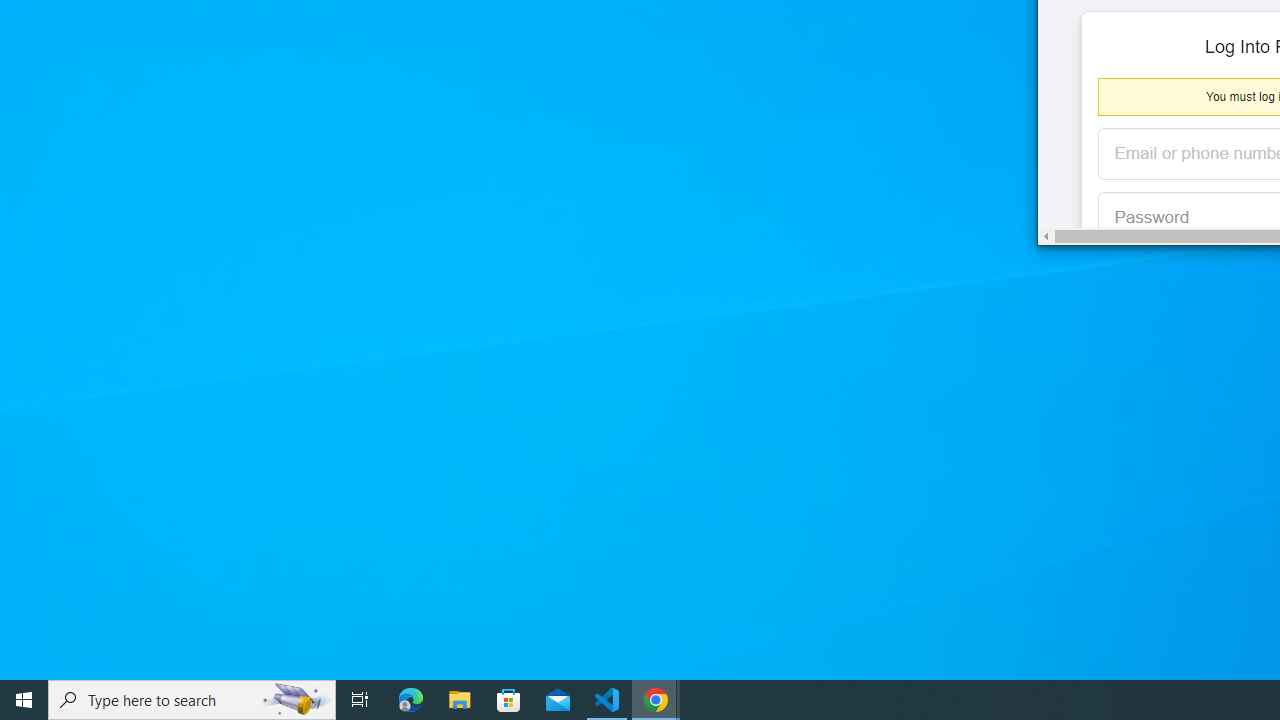  I want to click on 'Task View', so click(359, 698).